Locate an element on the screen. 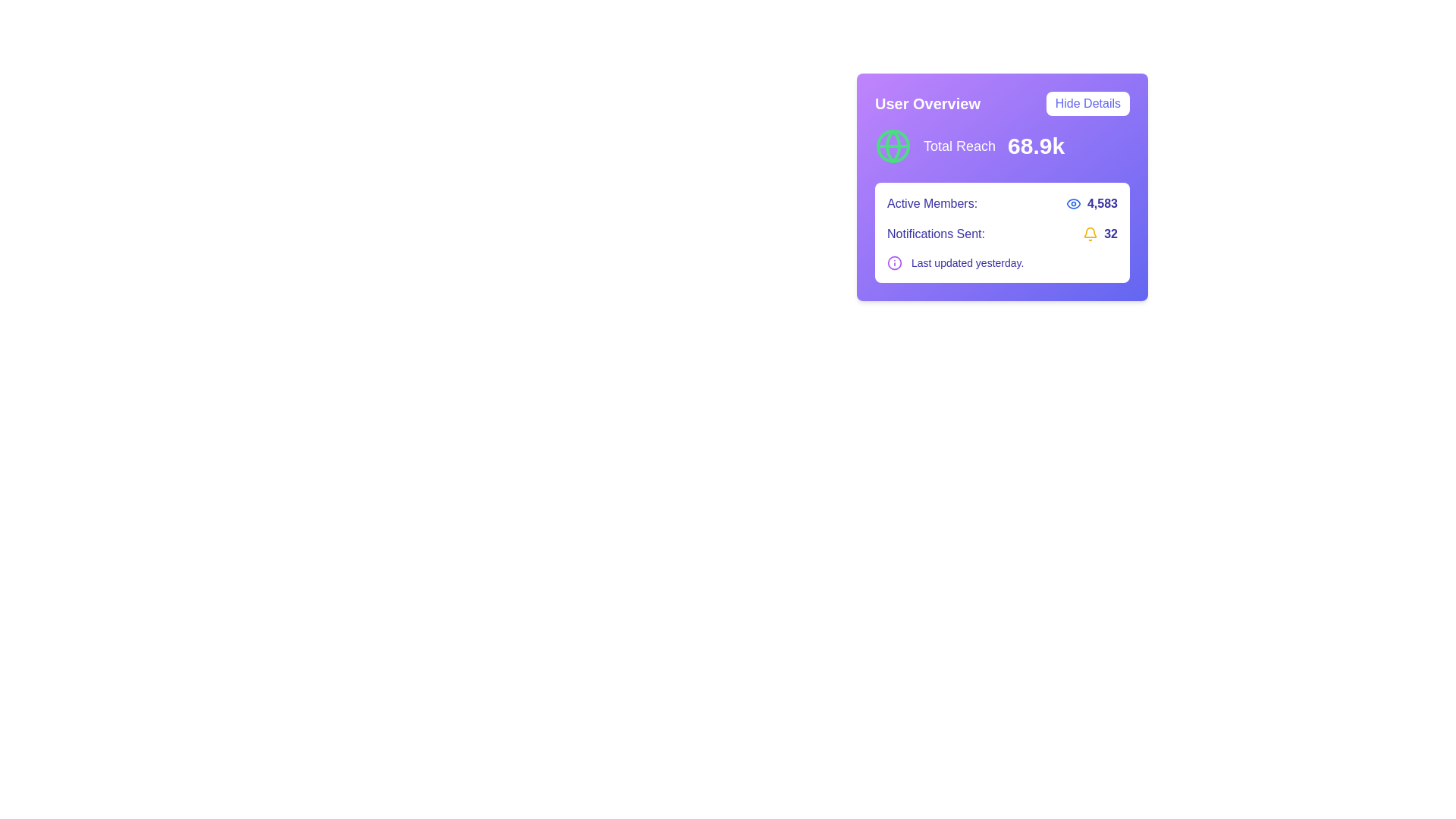 The height and width of the screenshot is (819, 1456). the eye-shaped icon that represents the count of active members, located in the 'Active Members:' section of the UI panel is located at coordinates (1073, 203).